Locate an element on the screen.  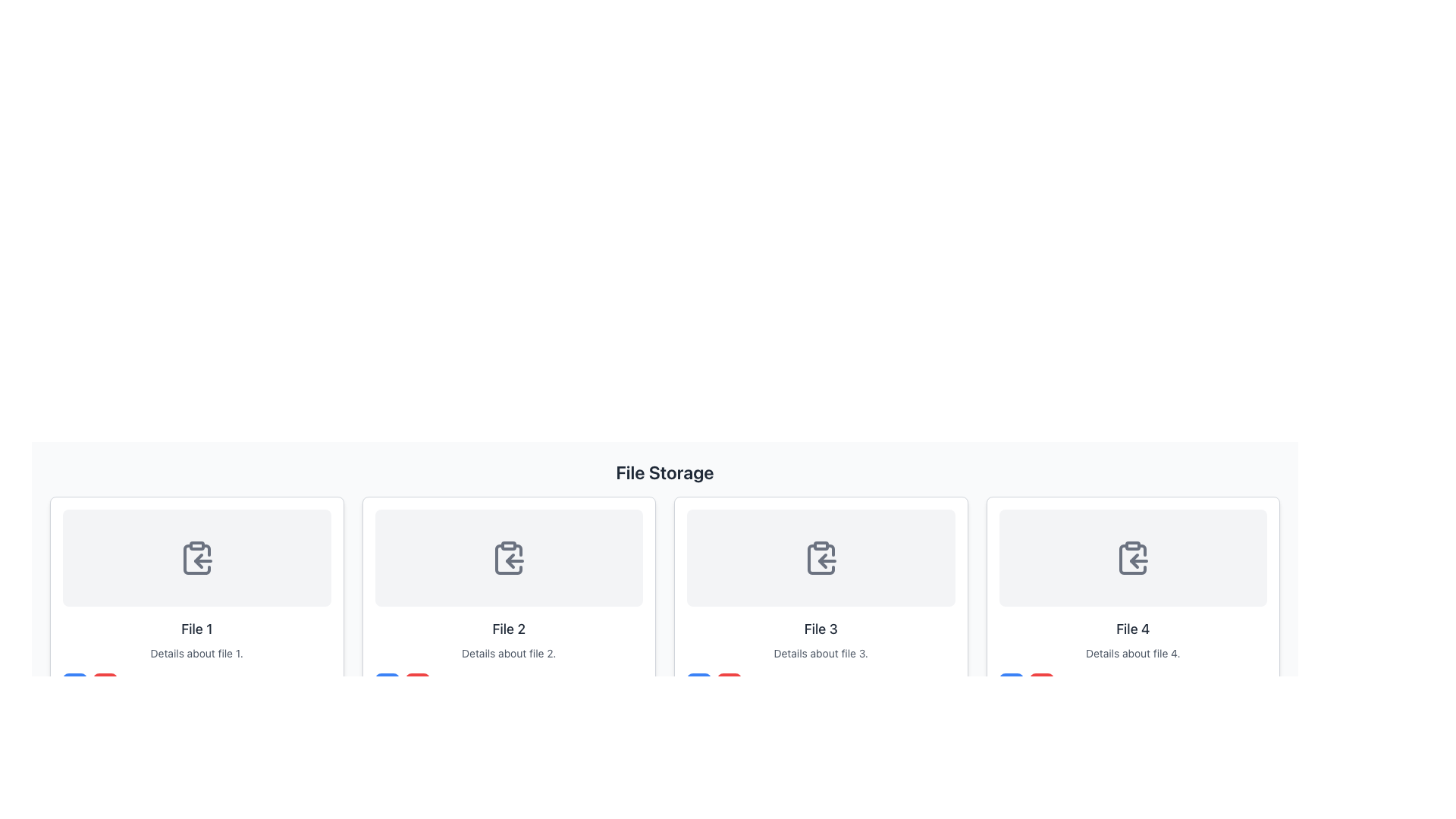
the delete icon located in the red button below the 'File 3' card is located at coordinates (729, 685).